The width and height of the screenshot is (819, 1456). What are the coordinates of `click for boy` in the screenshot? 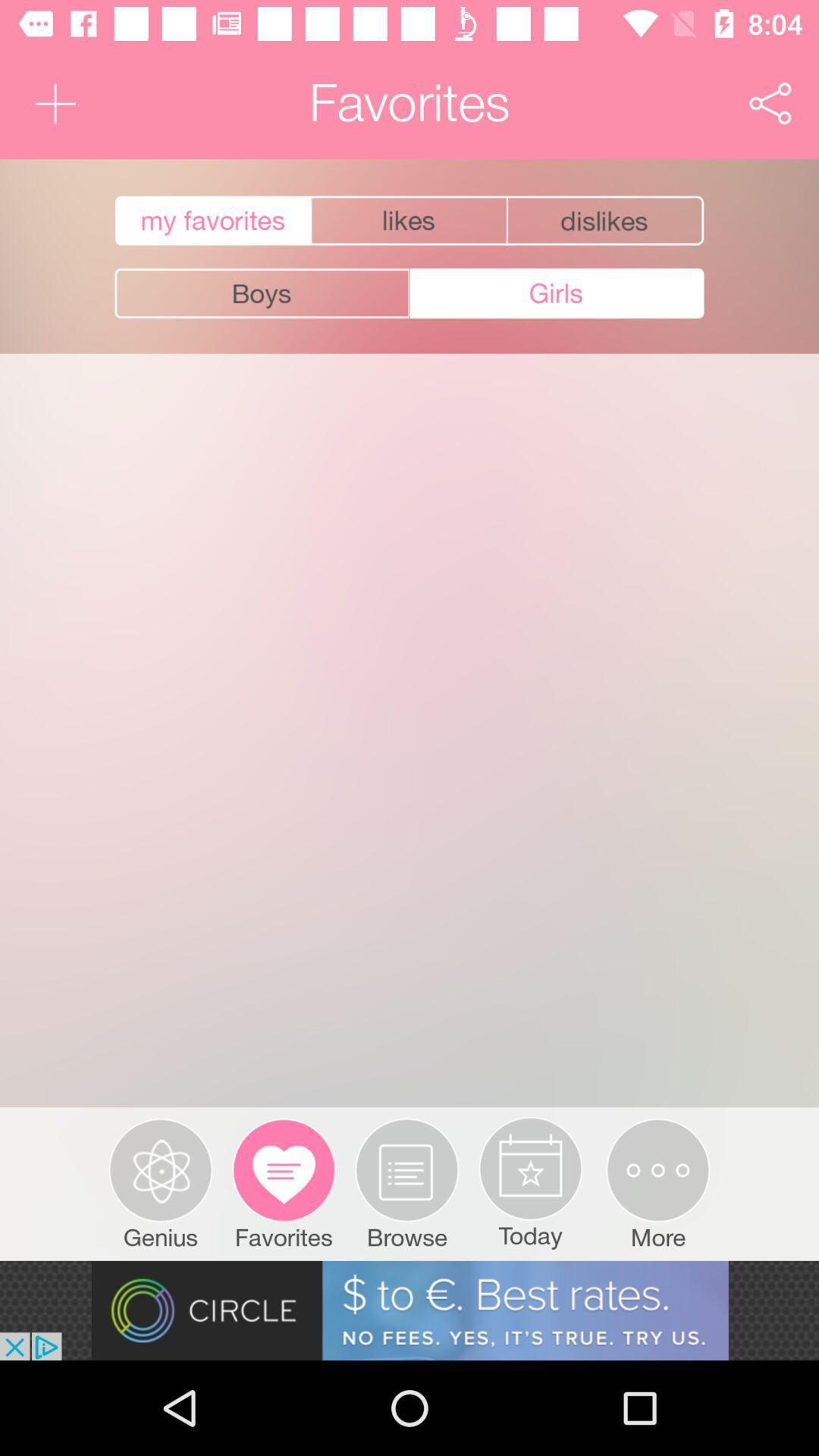 It's located at (261, 293).